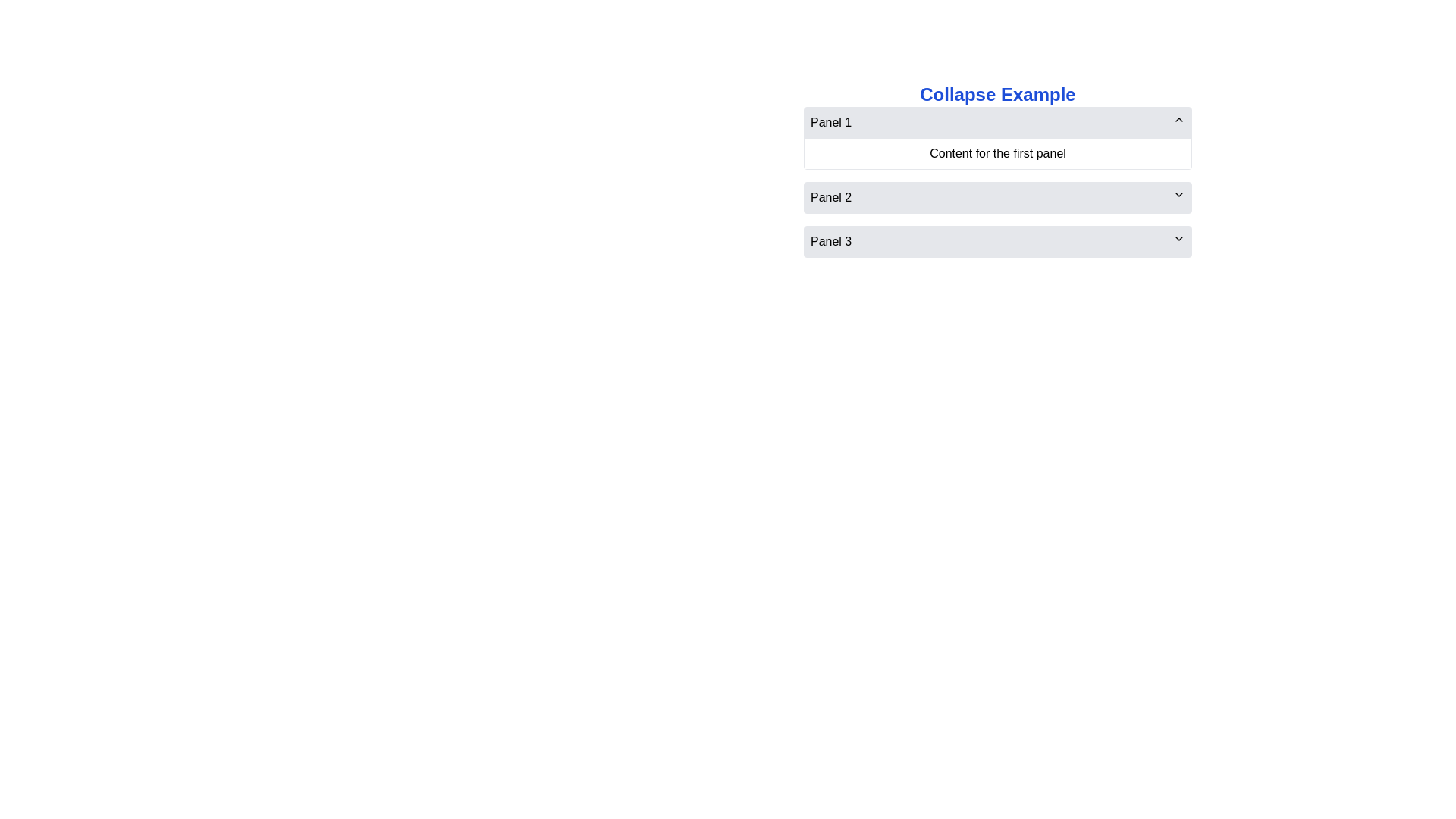  Describe the element at coordinates (830, 122) in the screenshot. I see `the content of the 'Panel 1' text label, which identifies the first collapsible panel in the interface` at that location.